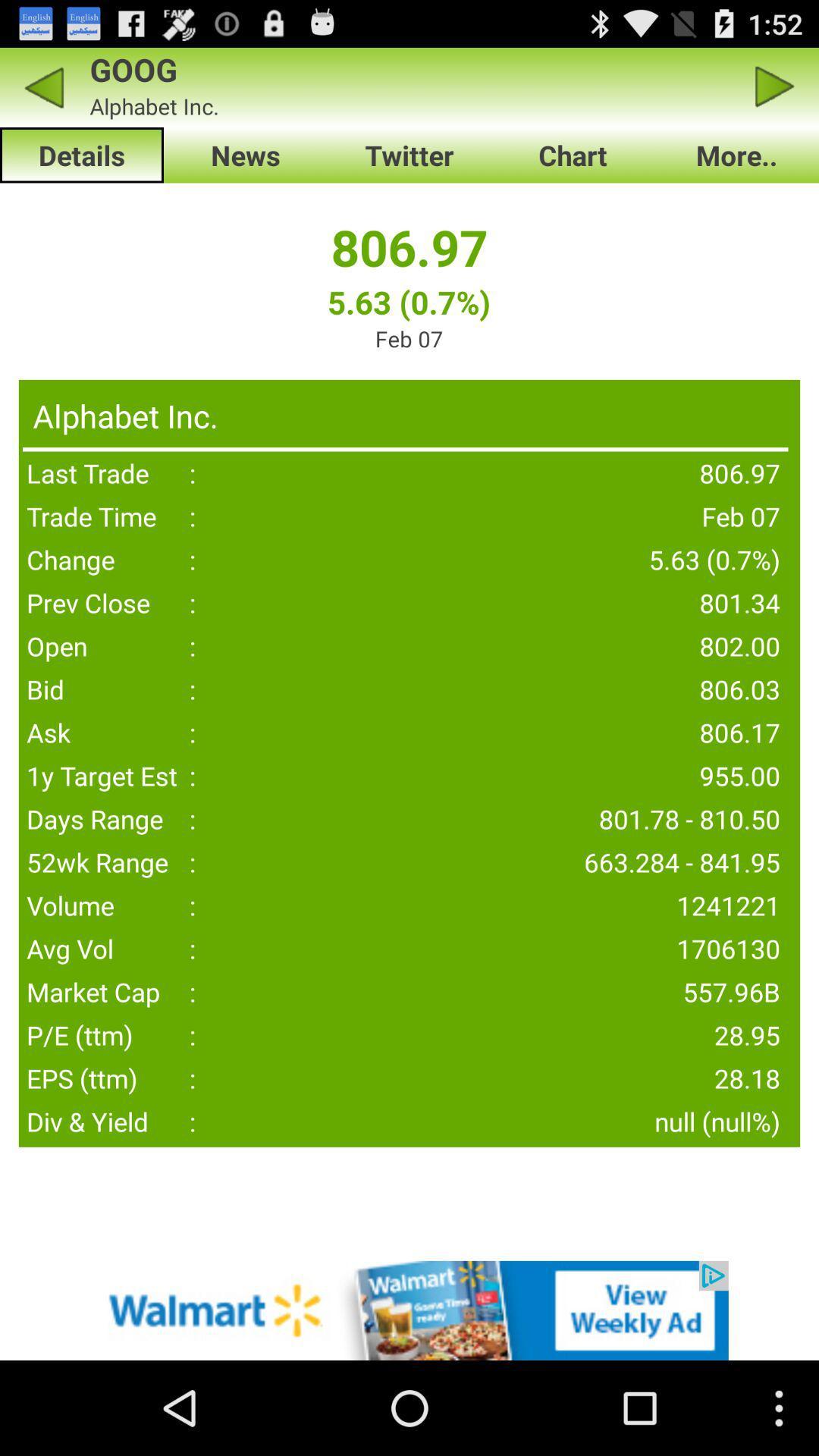  What do you see at coordinates (775, 86) in the screenshot?
I see `button` at bounding box center [775, 86].